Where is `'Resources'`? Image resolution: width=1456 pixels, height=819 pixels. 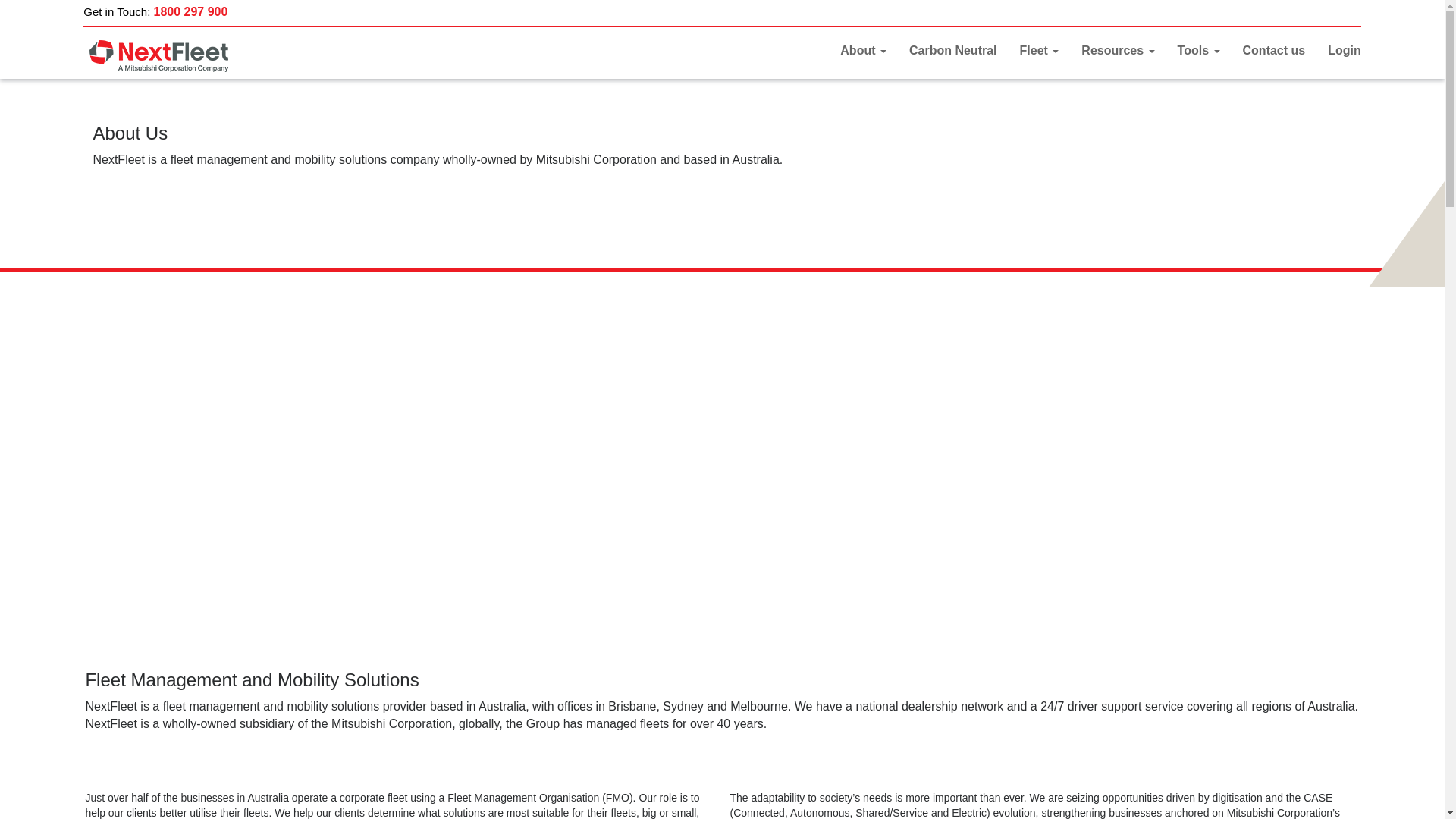
'Resources' is located at coordinates (1117, 49).